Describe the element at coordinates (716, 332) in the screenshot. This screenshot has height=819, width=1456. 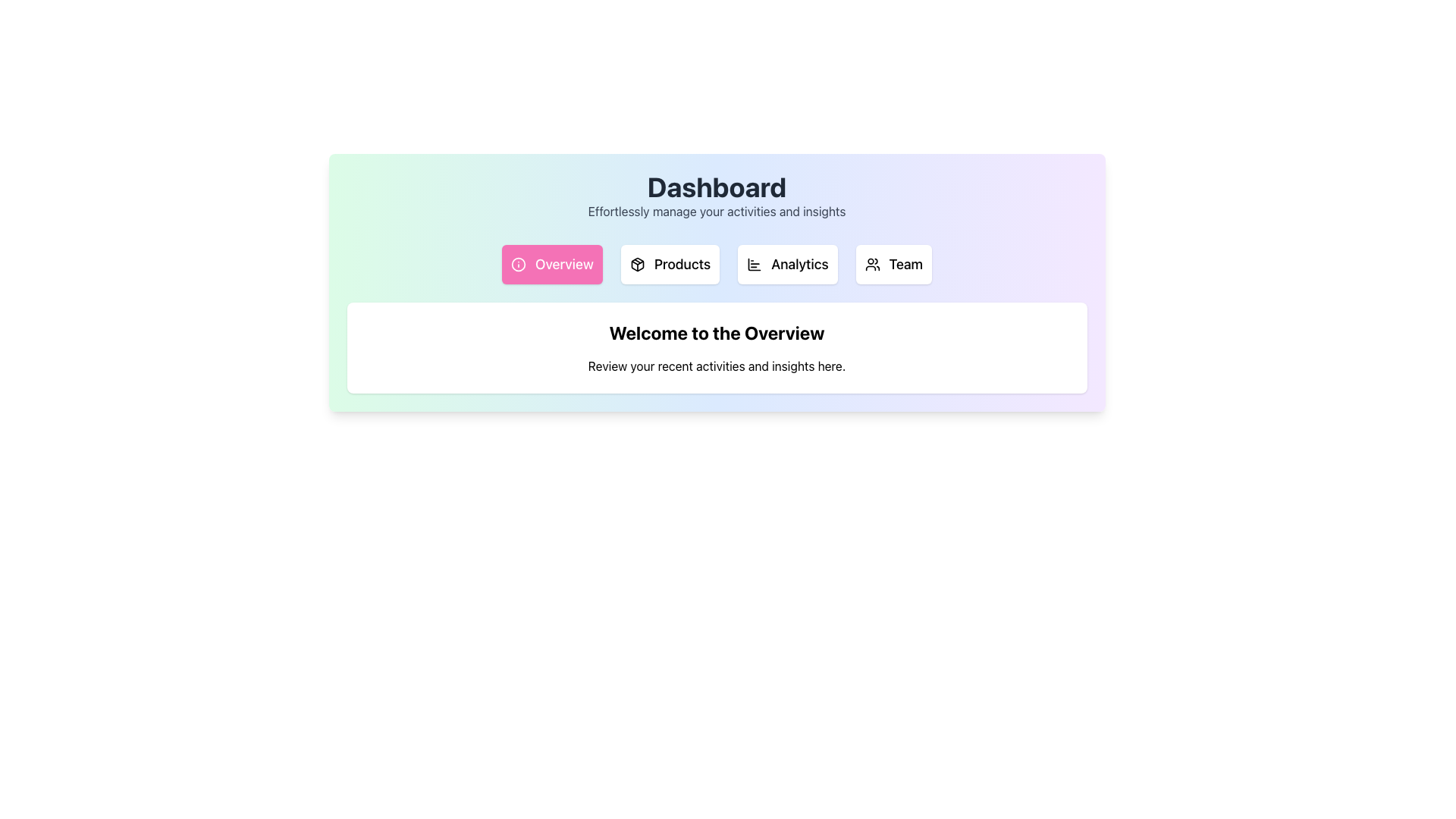
I see `bold and large heading text that says 'Welcome to the Overview', positioned at the center of the card near the top` at that location.